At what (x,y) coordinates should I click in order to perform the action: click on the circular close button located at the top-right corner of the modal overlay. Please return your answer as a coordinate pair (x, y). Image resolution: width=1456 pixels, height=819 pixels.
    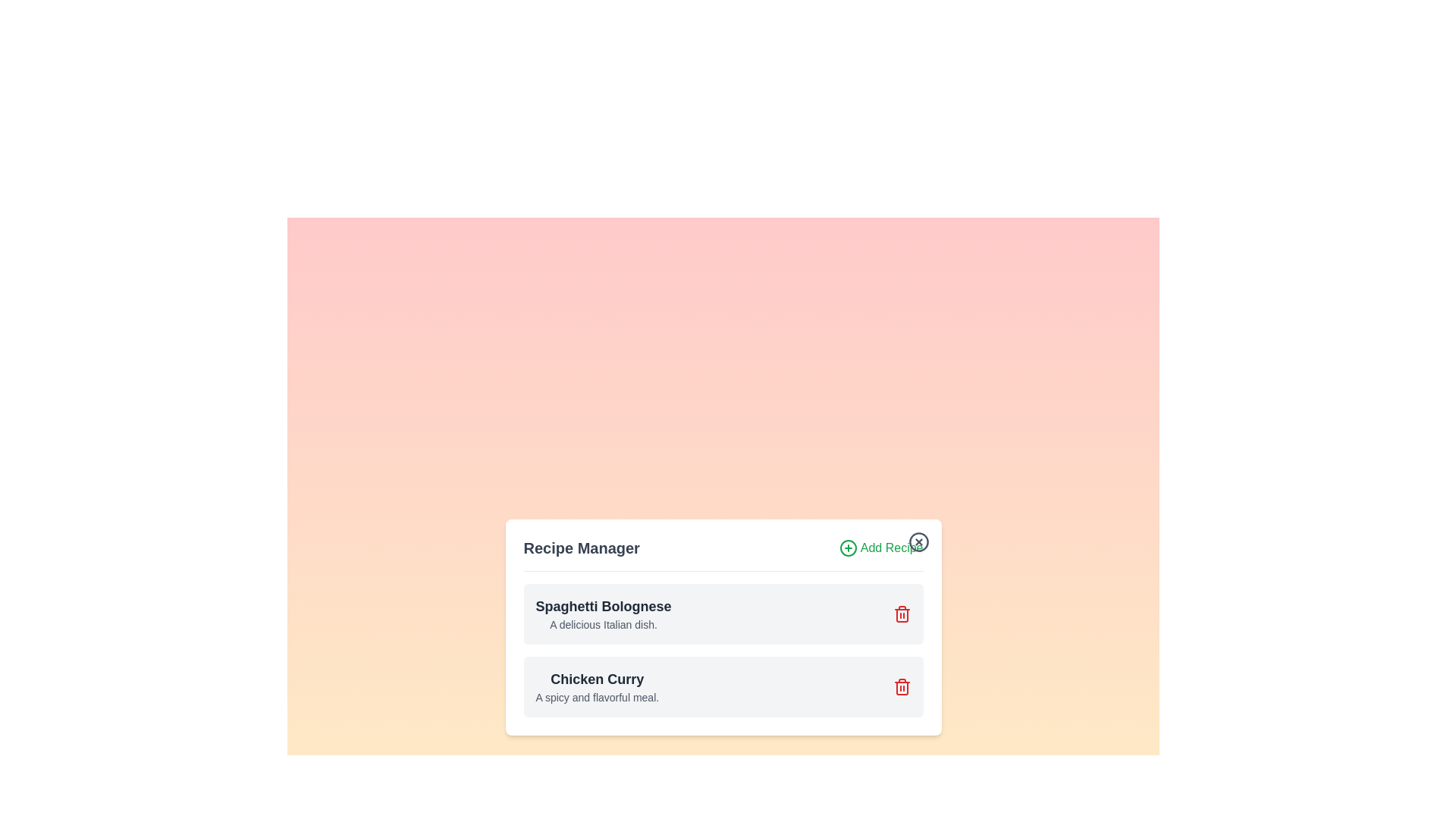
    Looking at the image, I should click on (918, 541).